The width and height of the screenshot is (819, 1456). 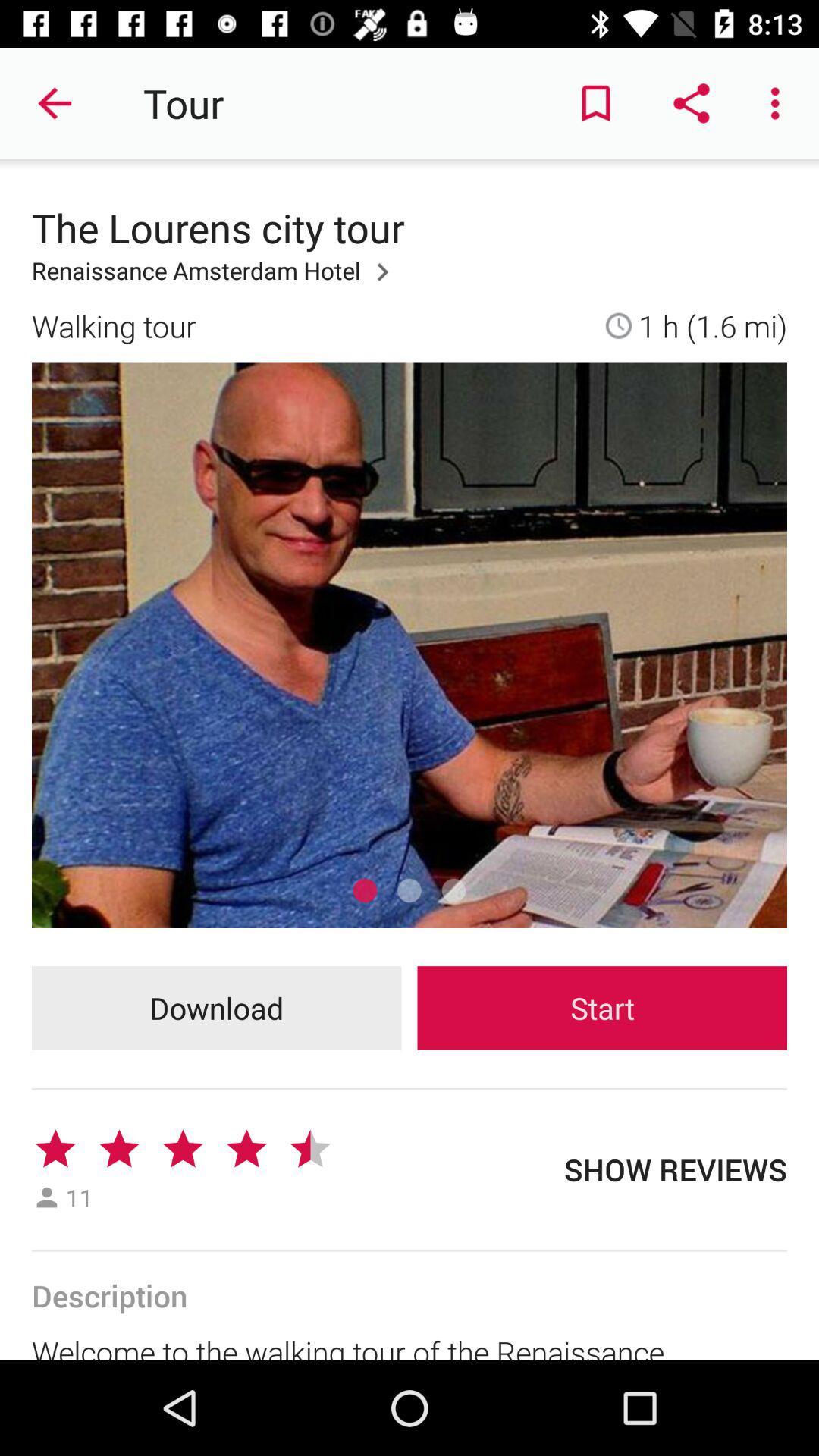 I want to click on share button, so click(x=691, y=103).